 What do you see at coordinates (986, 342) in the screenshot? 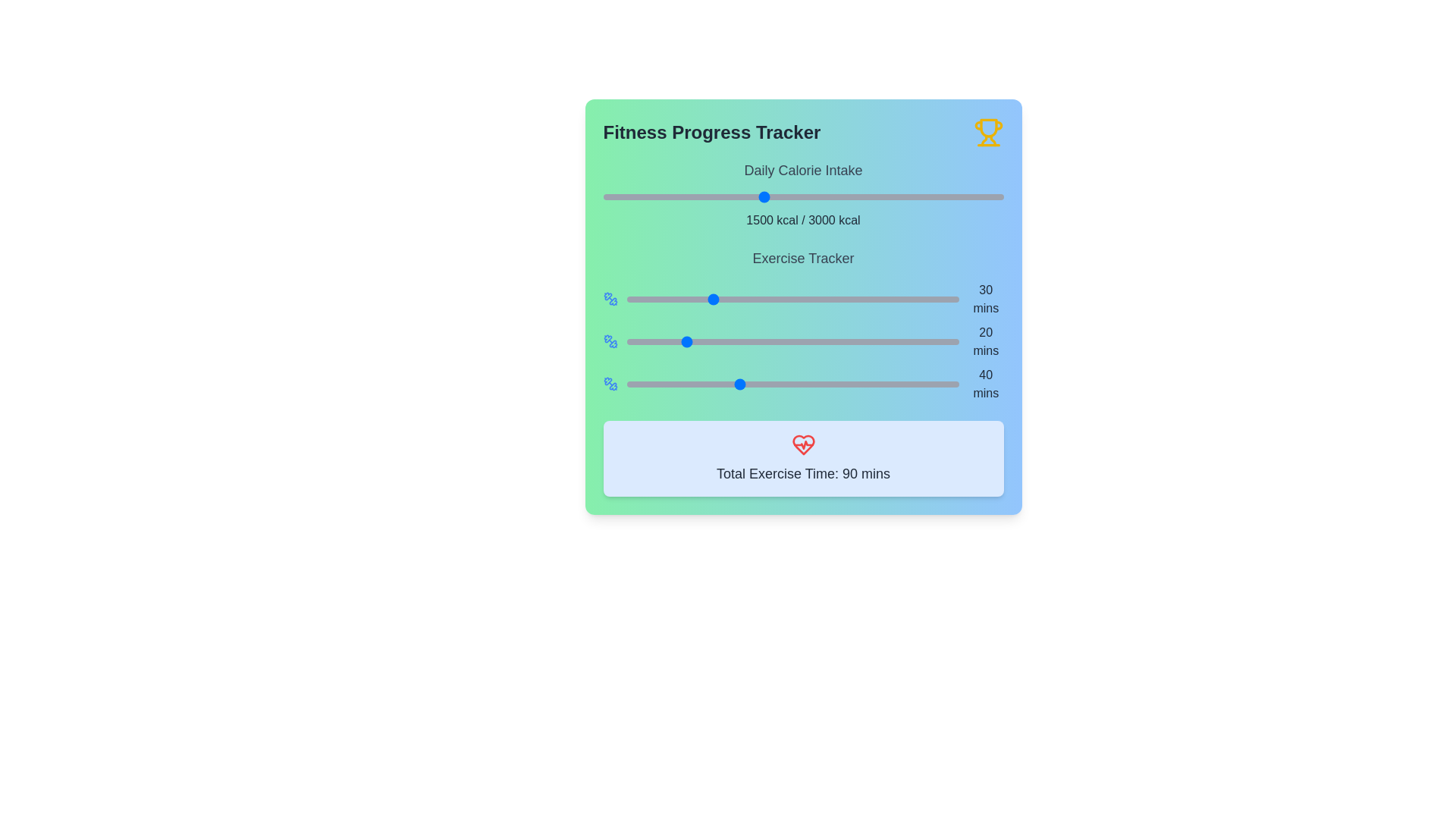
I see `the informational text label that displays the current value (20 minutes) next to the associated slider in the 'Exercise Tracker' section` at bounding box center [986, 342].